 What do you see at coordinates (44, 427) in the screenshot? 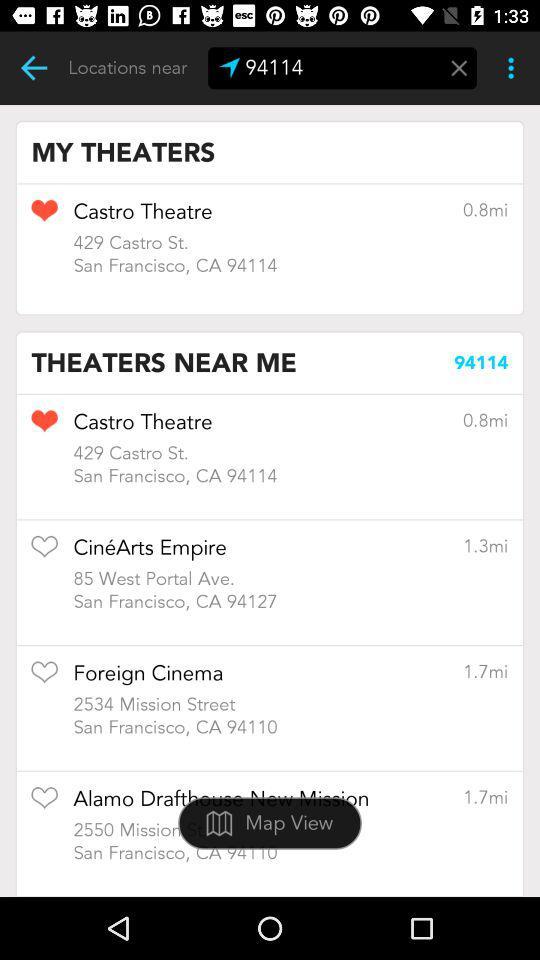
I see `like button` at bounding box center [44, 427].